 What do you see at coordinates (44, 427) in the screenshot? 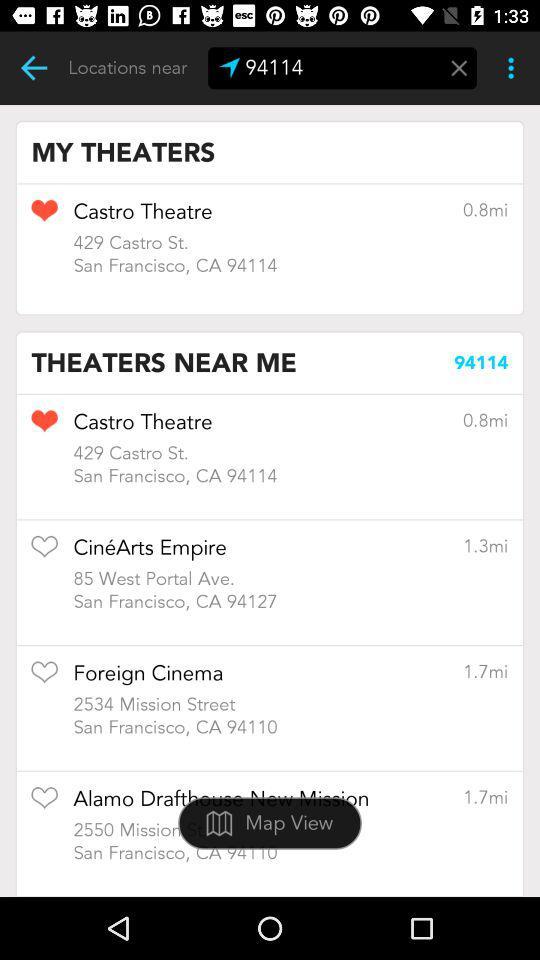
I see `like button` at bounding box center [44, 427].